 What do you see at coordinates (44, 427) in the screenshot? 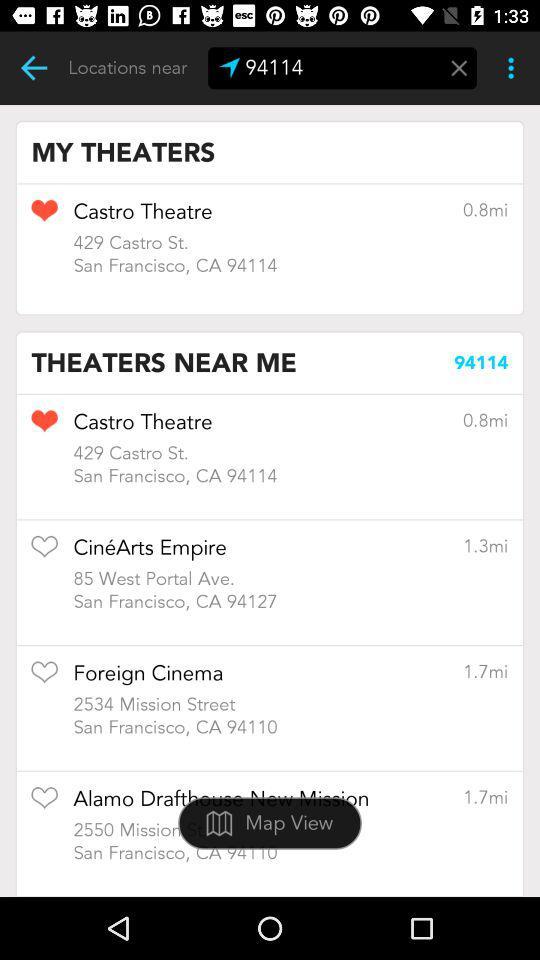
I see `like button` at bounding box center [44, 427].